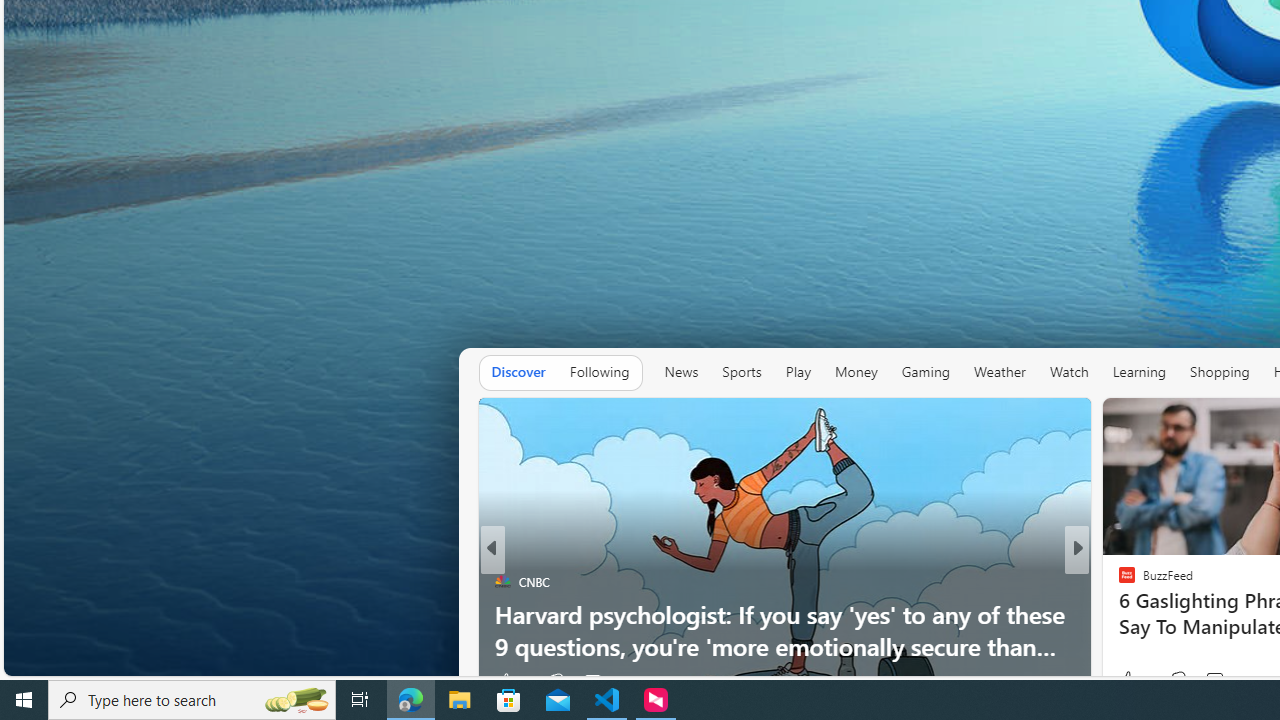  I want to click on 'Play', so click(797, 372).